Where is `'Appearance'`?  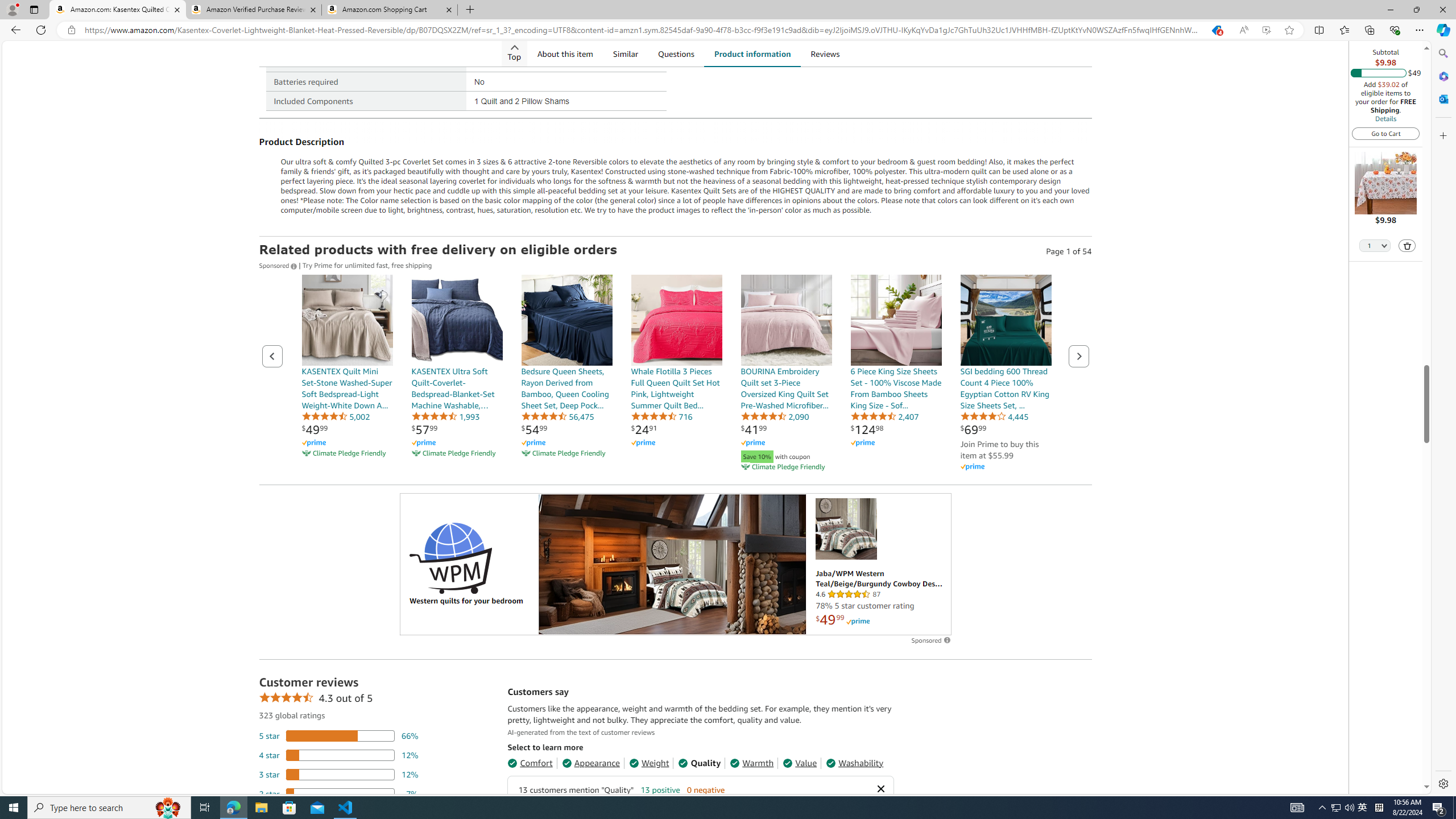
'Appearance' is located at coordinates (591, 762).